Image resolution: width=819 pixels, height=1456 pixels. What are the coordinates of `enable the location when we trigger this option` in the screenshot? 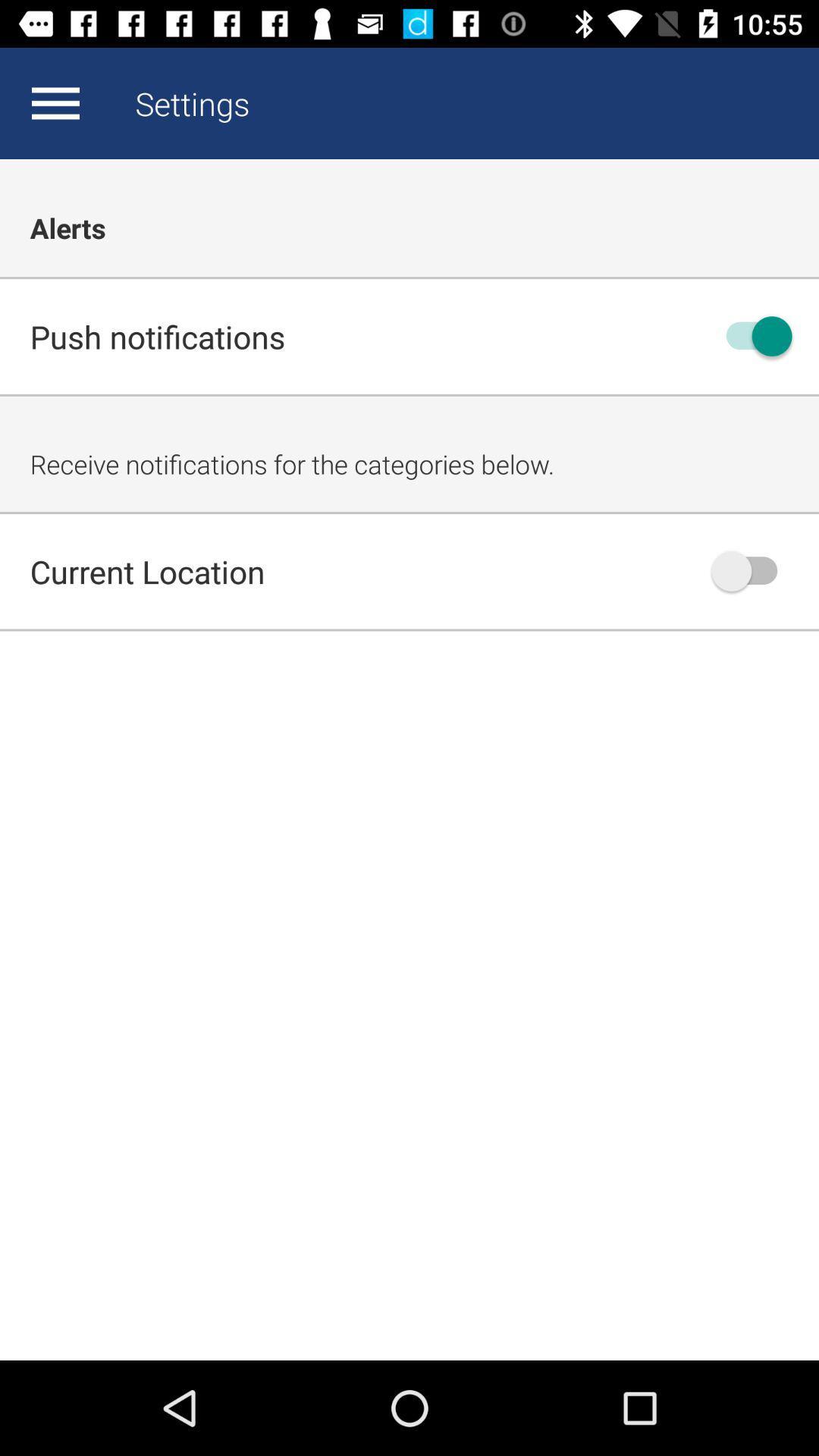 It's located at (752, 570).